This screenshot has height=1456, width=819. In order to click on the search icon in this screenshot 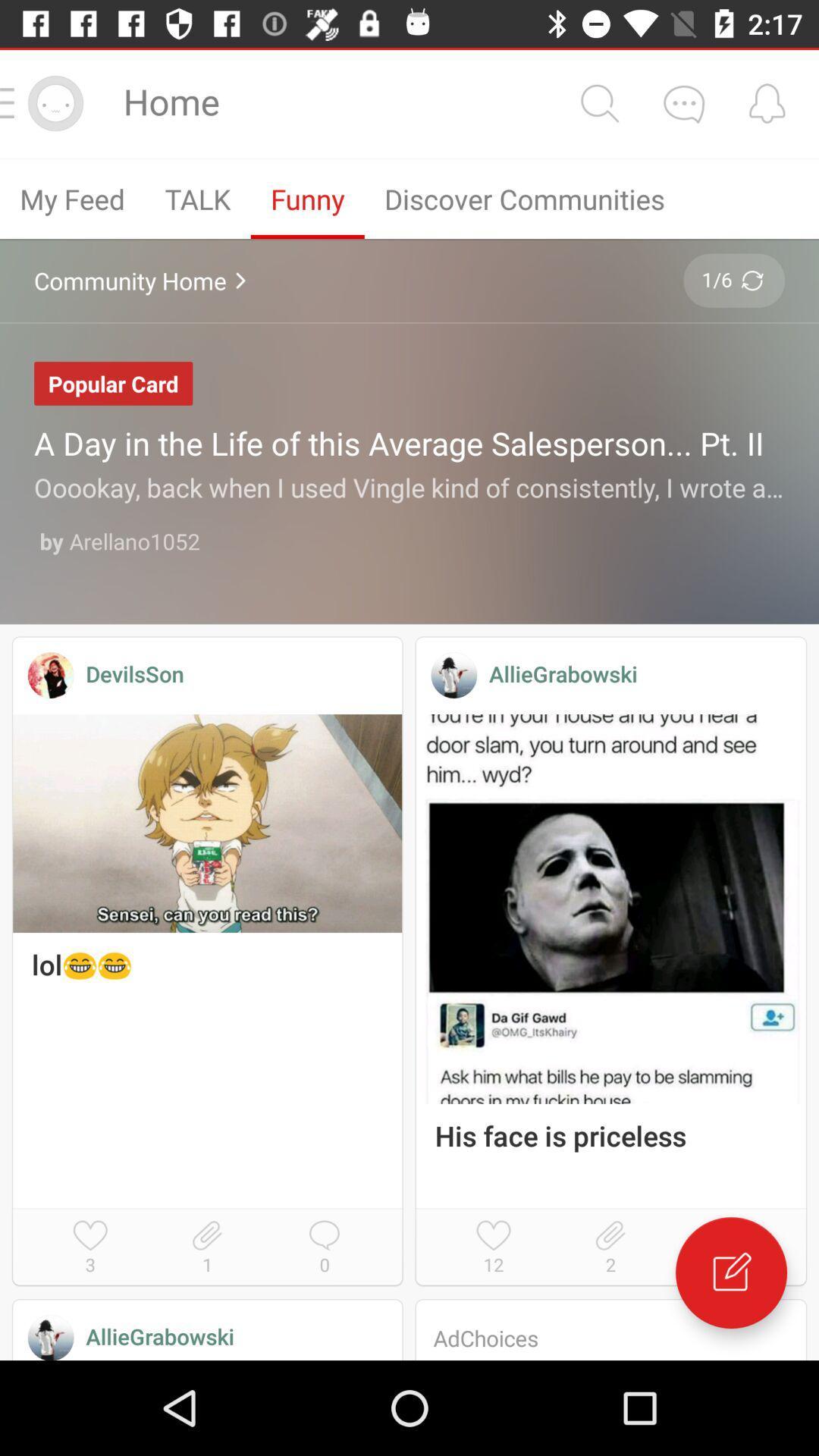, I will do `click(598, 102)`.